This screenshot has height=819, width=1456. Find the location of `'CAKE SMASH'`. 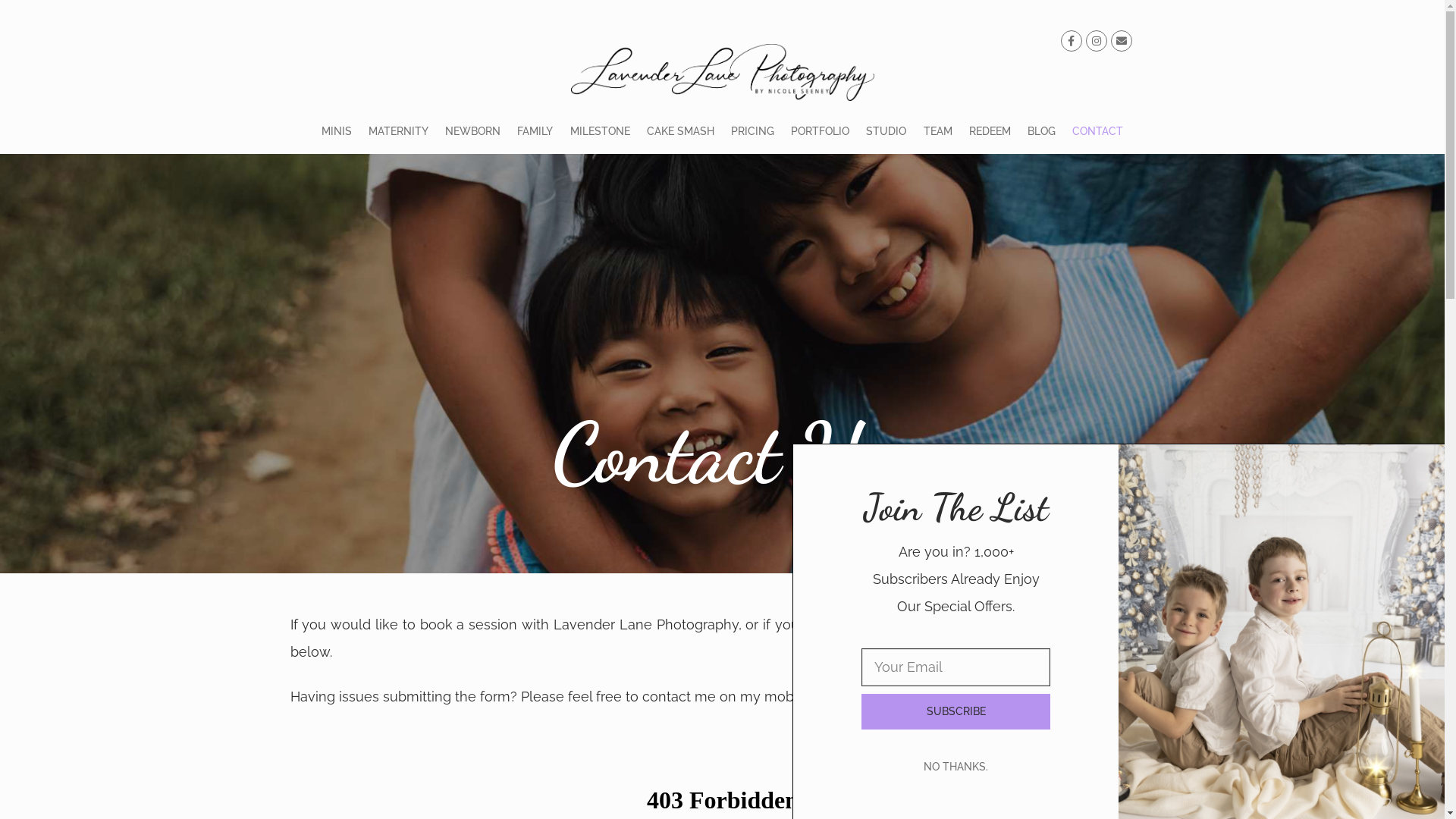

'CAKE SMASH' is located at coordinates (679, 130).